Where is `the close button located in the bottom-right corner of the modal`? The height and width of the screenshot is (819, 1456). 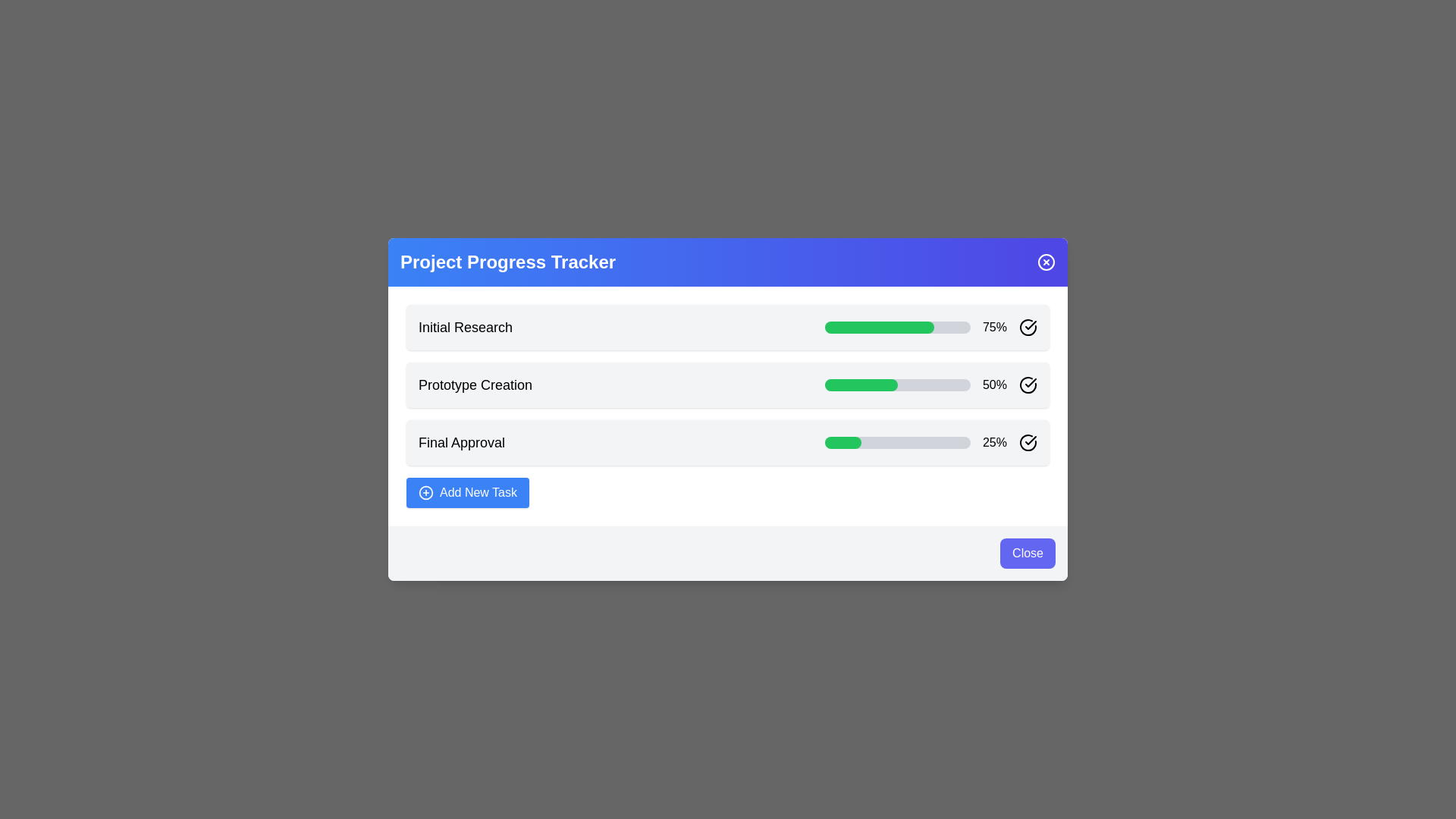
the close button located in the bottom-right corner of the modal is located at coordinates (1028, 553).